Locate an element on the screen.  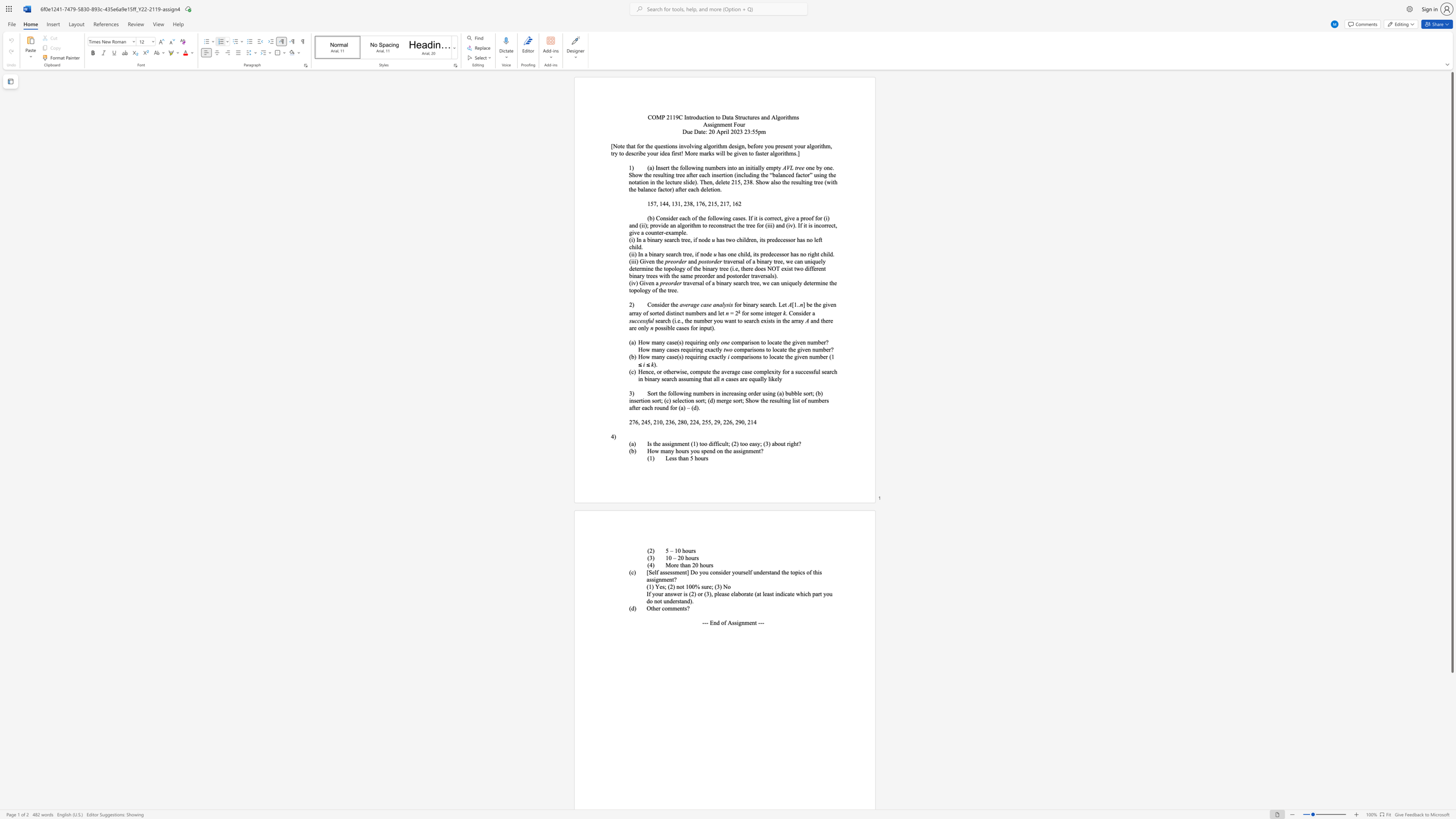
the 3th character "a" in the text is located at coordinates (630, 407).